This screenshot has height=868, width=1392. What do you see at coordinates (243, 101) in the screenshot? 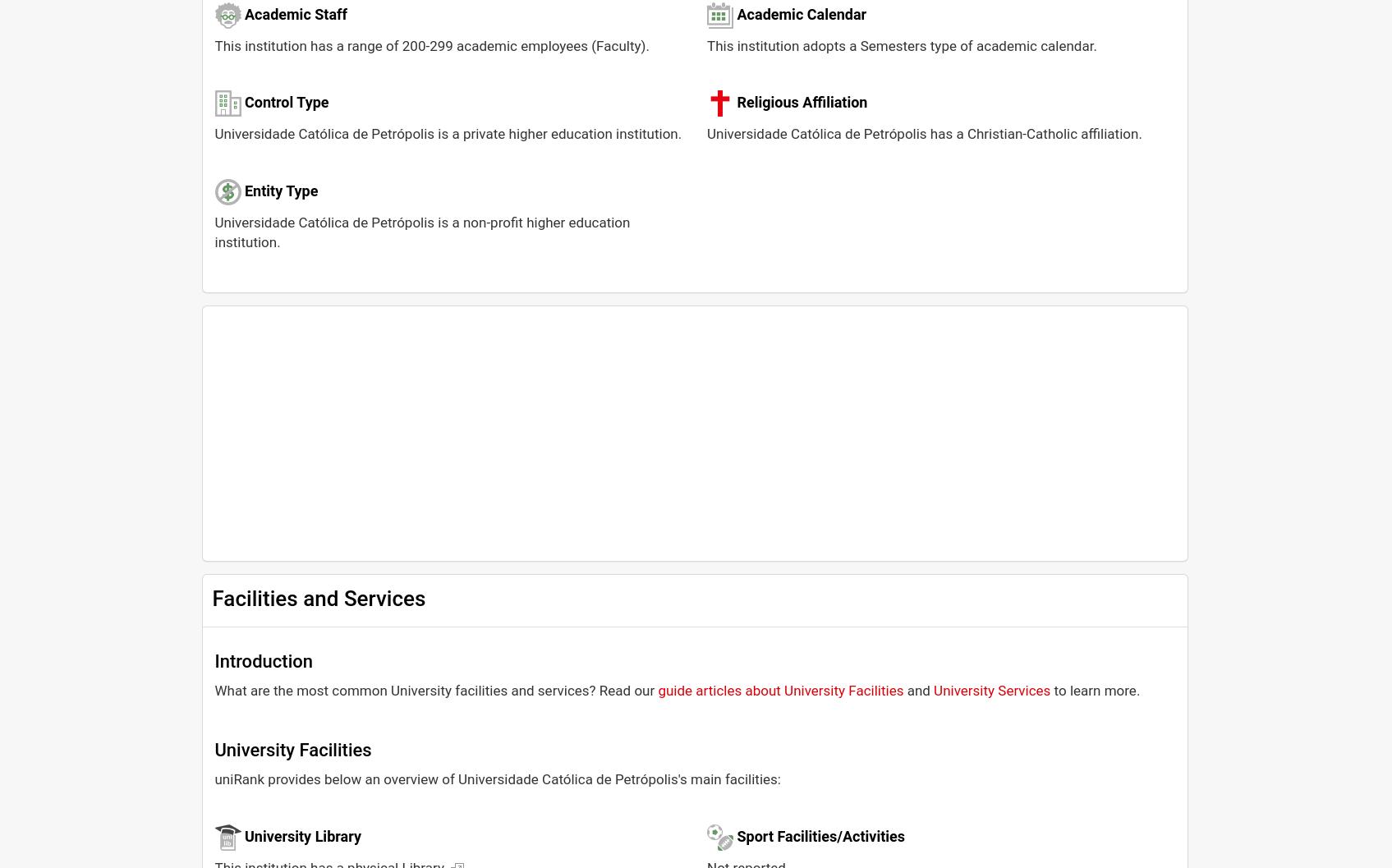
I see `'Control Type'` at bounding box center [243, 101].